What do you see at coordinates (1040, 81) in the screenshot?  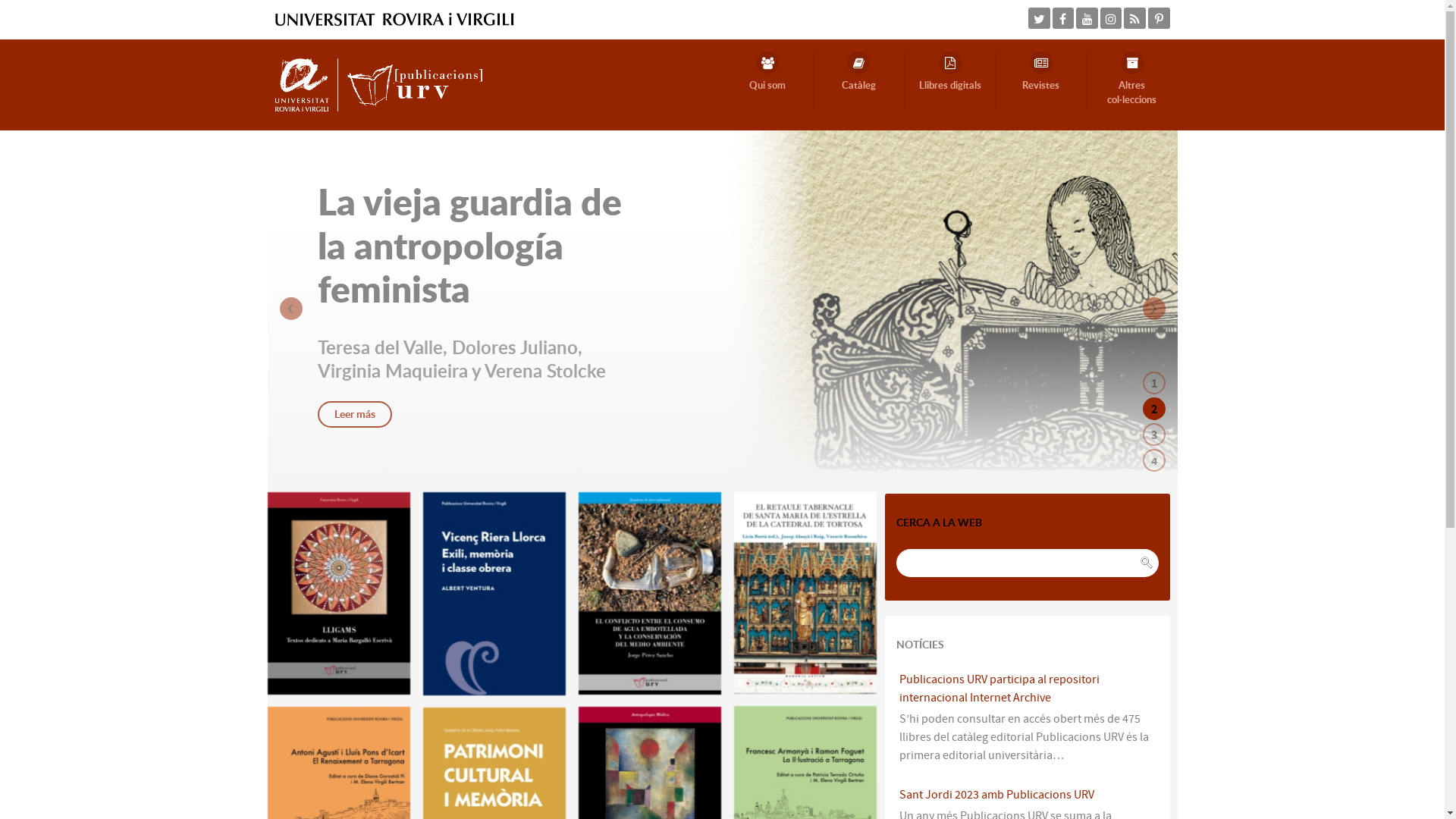 I see `'Revistes'` at bounding box center [1040, 81].